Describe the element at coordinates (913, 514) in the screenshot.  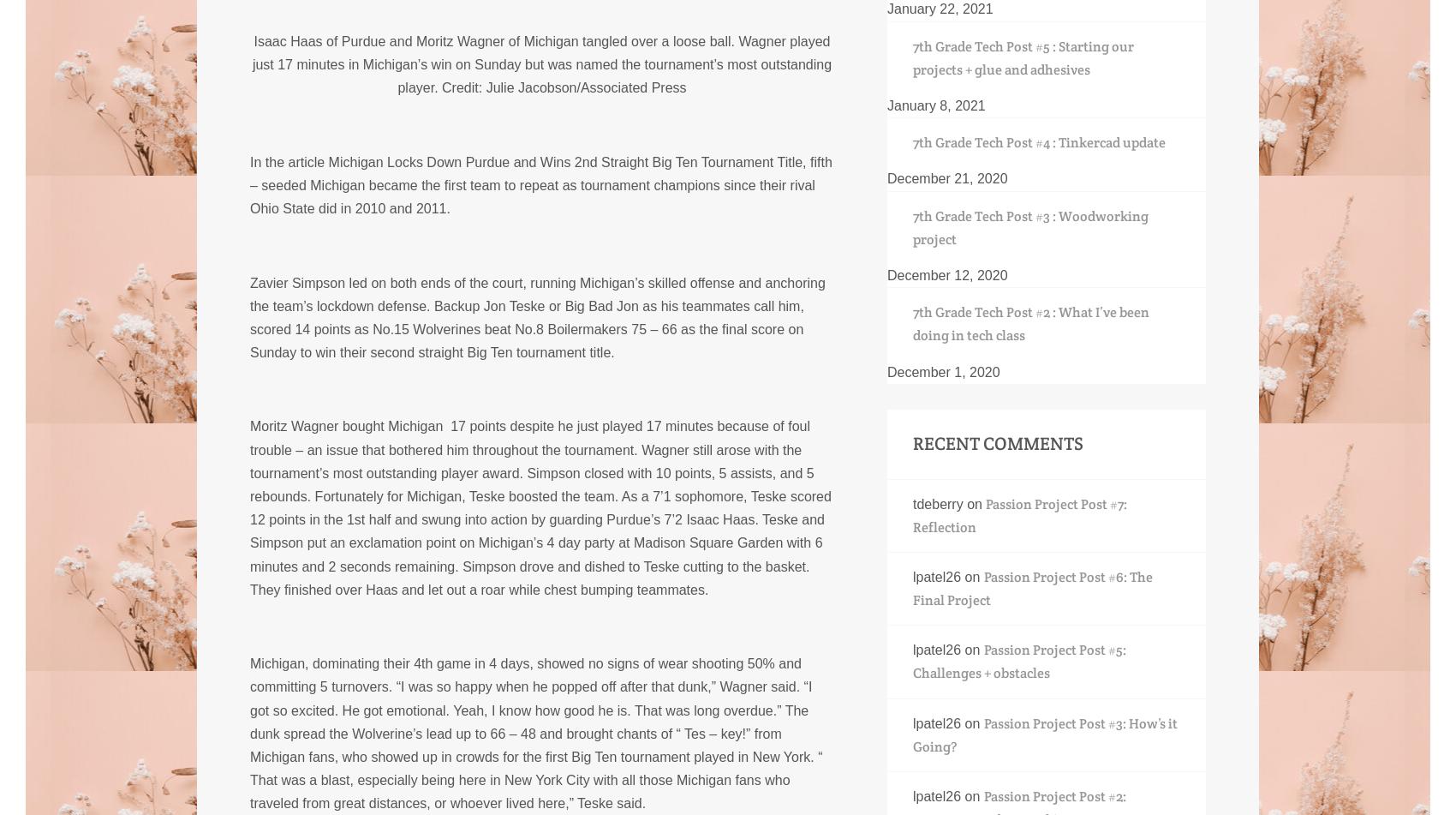
I see `'Passion Project Post #7: Reflection'` at that location.